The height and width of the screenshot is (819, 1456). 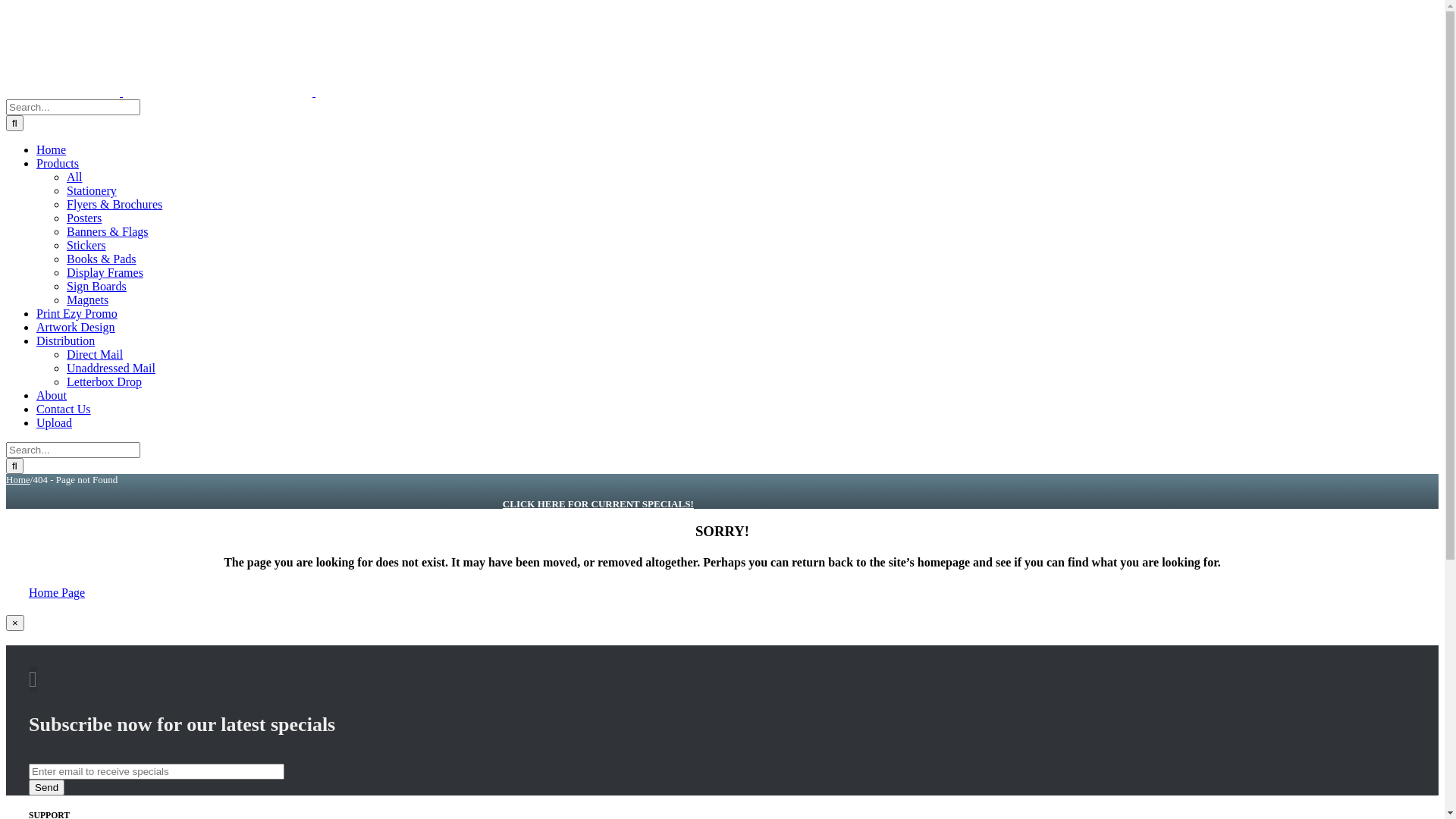 What do you see at coordinates (75, 326) in the screenshot?
I see `'Artwork Design'` at bounding box center [75, 326].